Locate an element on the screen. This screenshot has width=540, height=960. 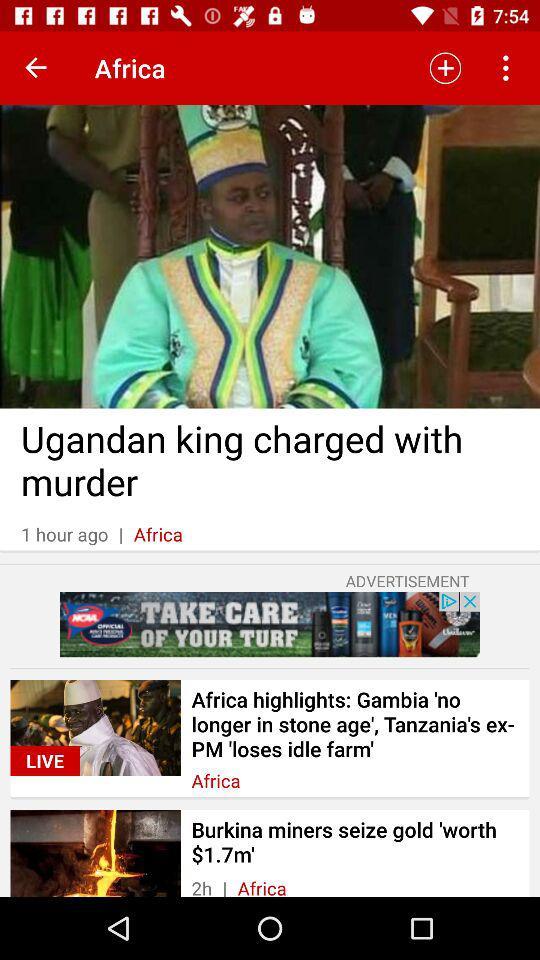
the more options button which is on the right hand side is located at coordinates (508, 68).